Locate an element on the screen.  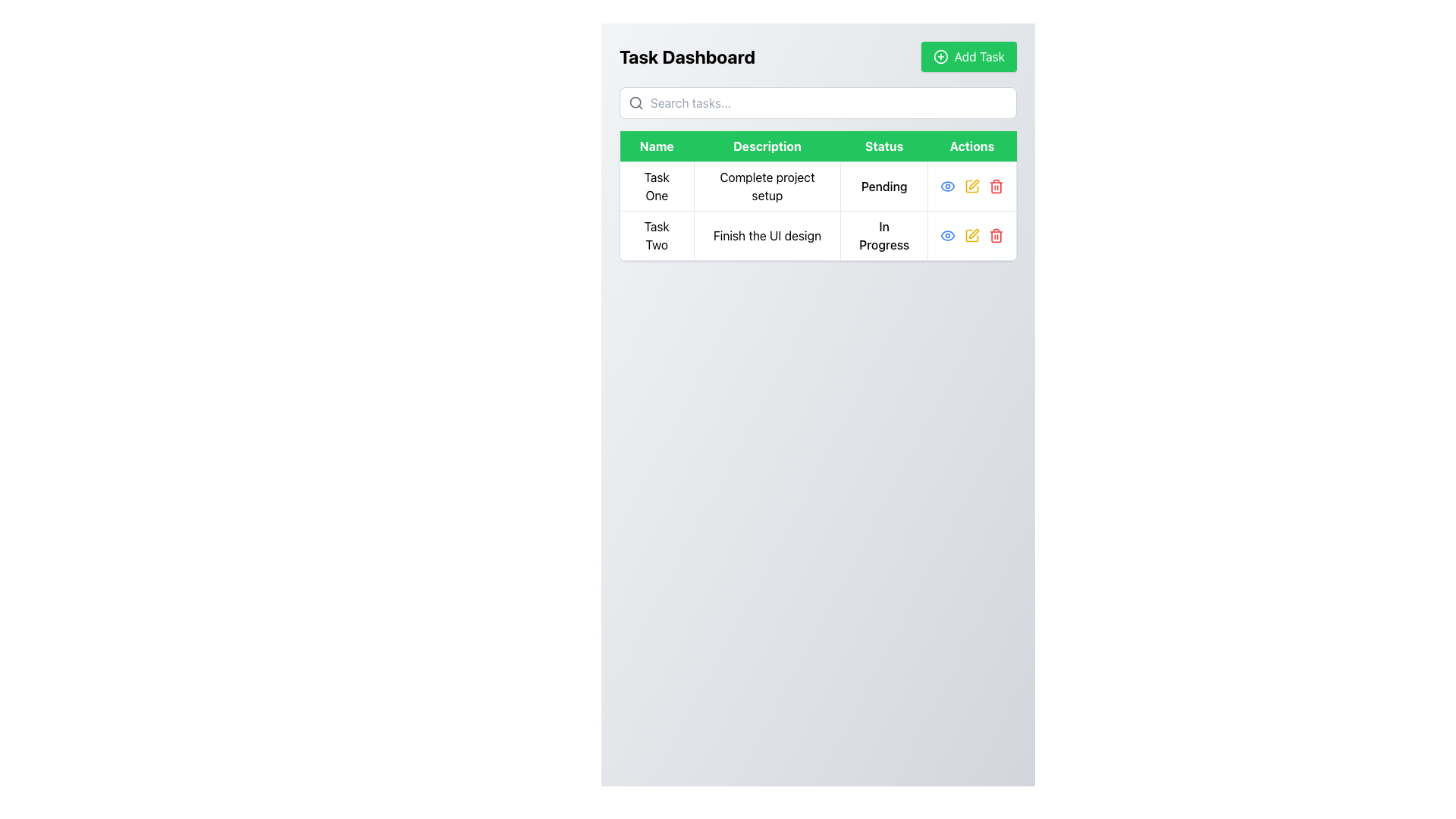
the delete button in the 'Actions' column of the second row in the table is located at coordinates (996, 186).